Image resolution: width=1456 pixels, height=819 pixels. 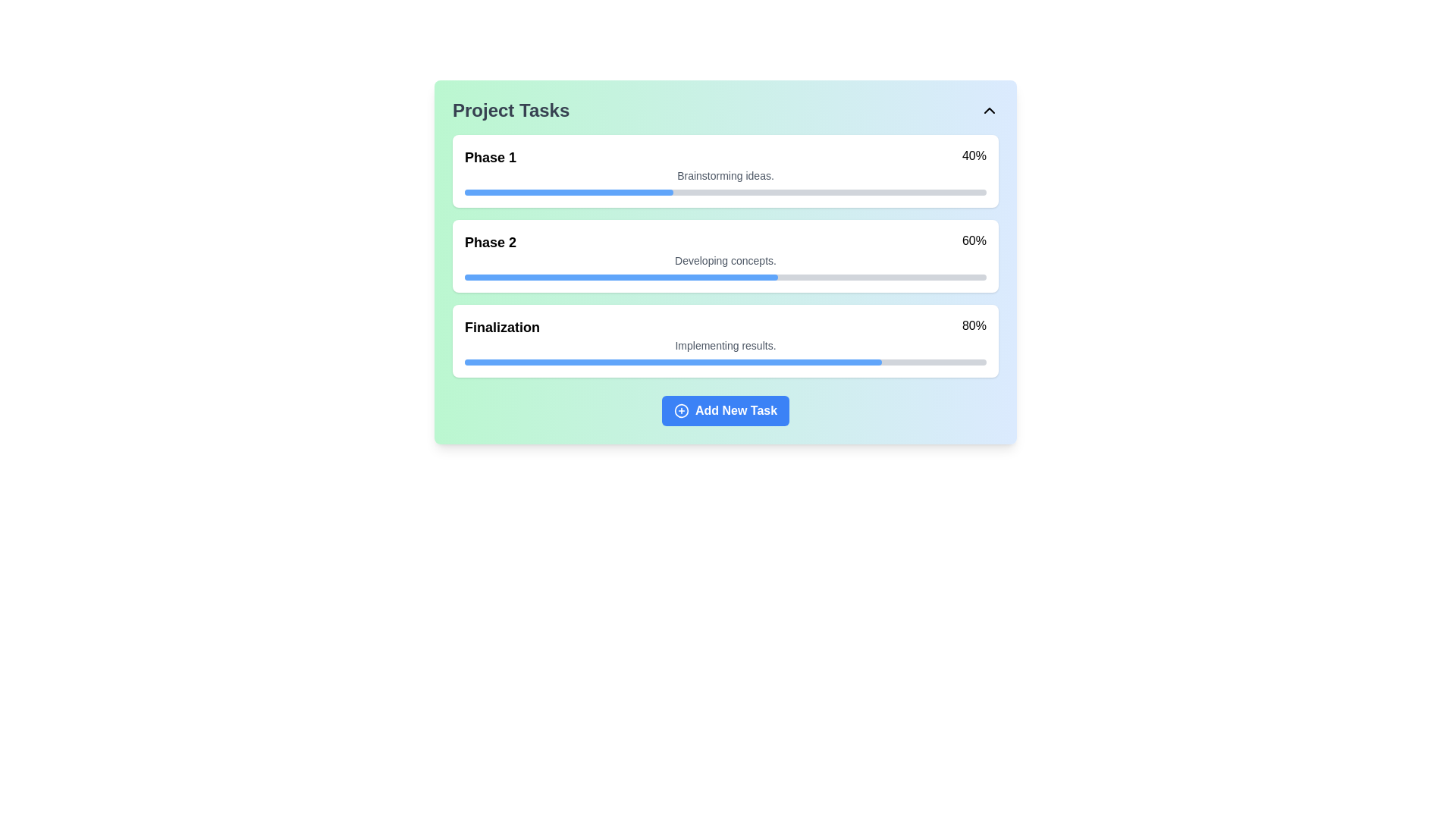 What do you see at coordinates (724, 345) in the screenshot?
I see `the text label displaying 'Implementing results.' which is located under the 'Finalization' header and part of the third task card in the 'Project Tasks' list` at bounding box center [724, 345].